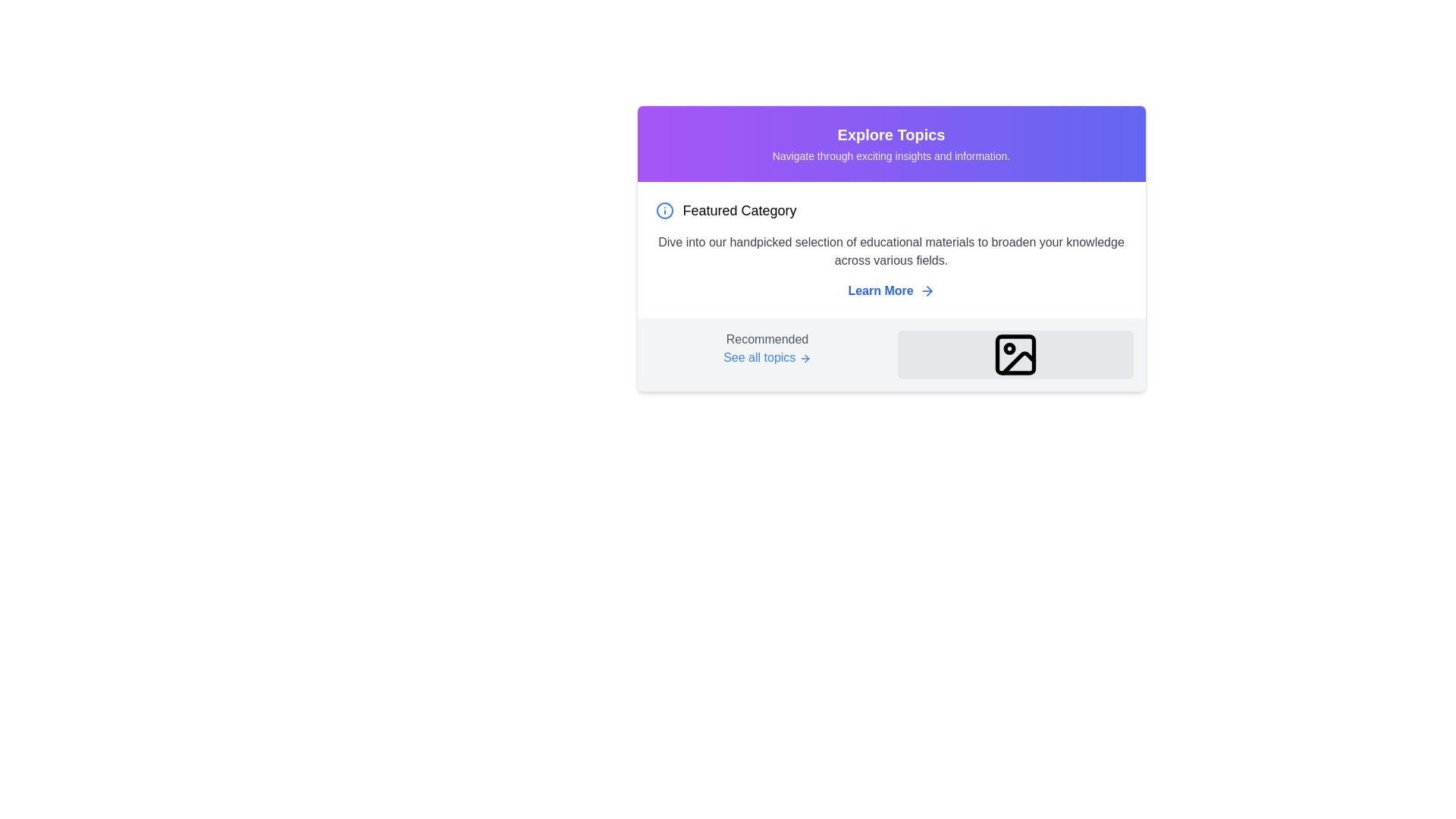 This screenshot has height=819, width=1456. I want to click on the small right-facing arrow icon that is gray and outlined, located immediately to the right of the text 'See all topics' in the 'Explore Topics' panel, so click(804, 358).